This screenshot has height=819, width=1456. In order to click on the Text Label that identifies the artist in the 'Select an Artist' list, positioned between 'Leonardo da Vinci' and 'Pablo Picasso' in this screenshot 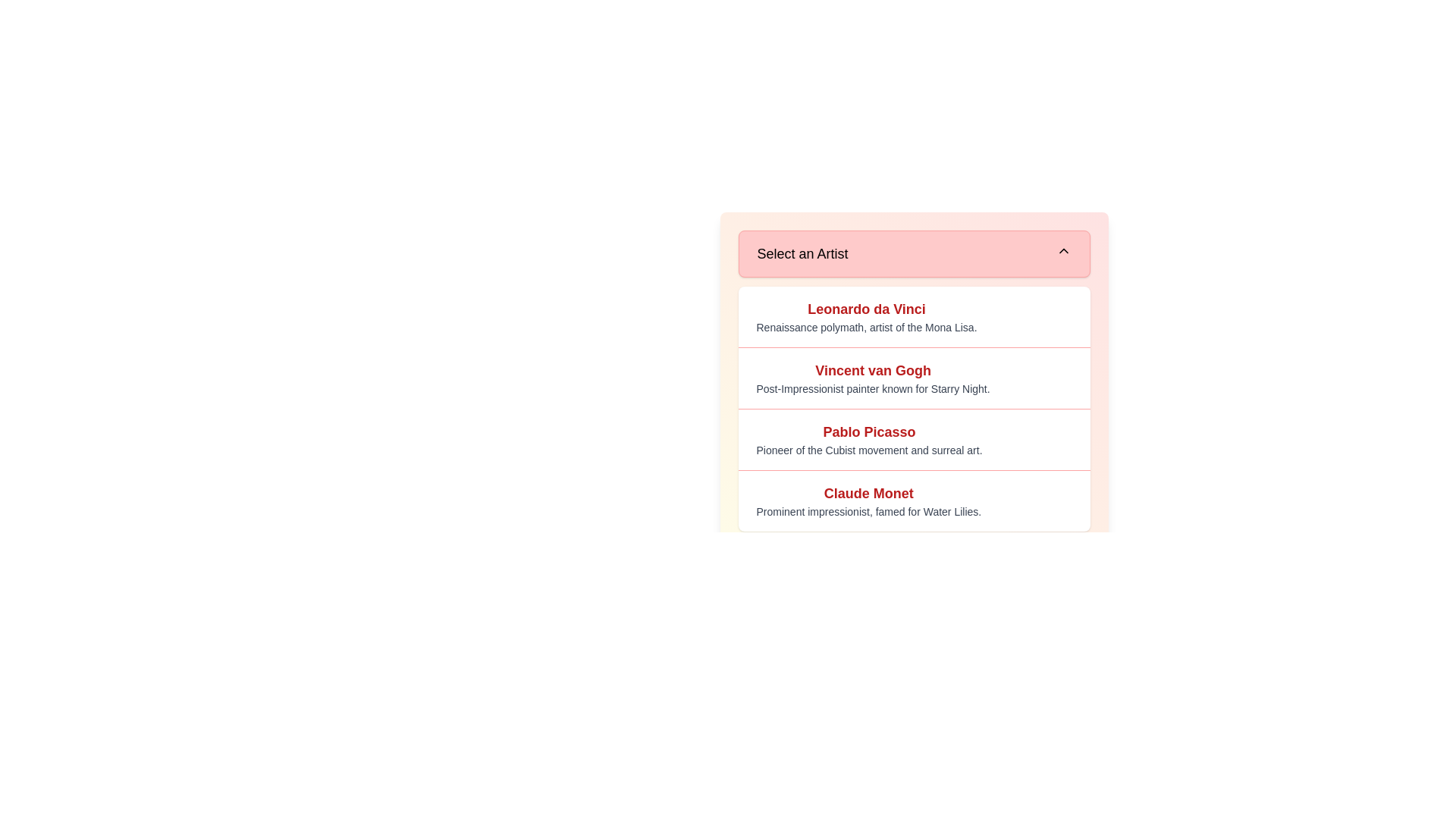, I will do `click(873, 371)`.